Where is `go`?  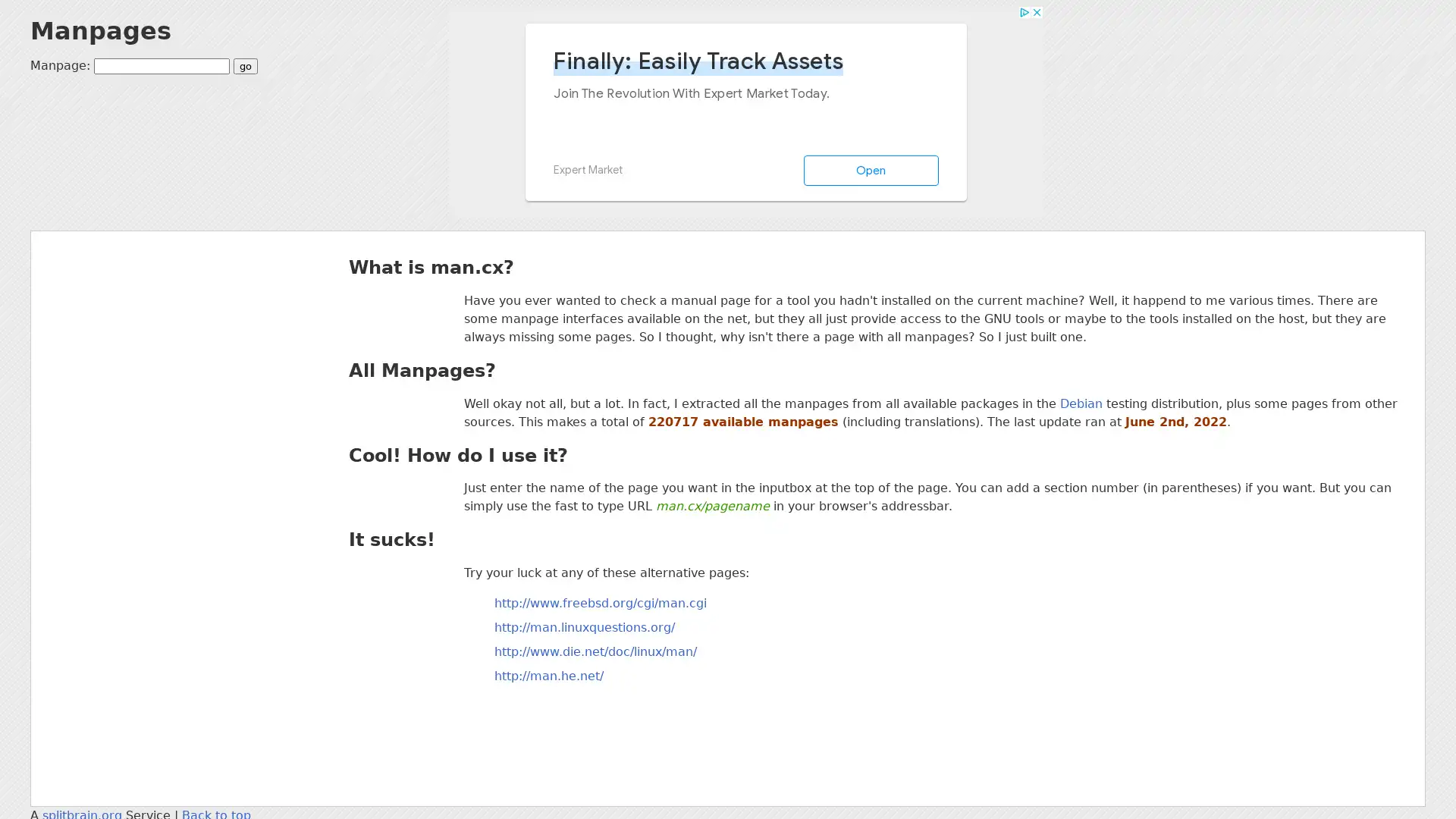
go is located at coordinates (246, 64).